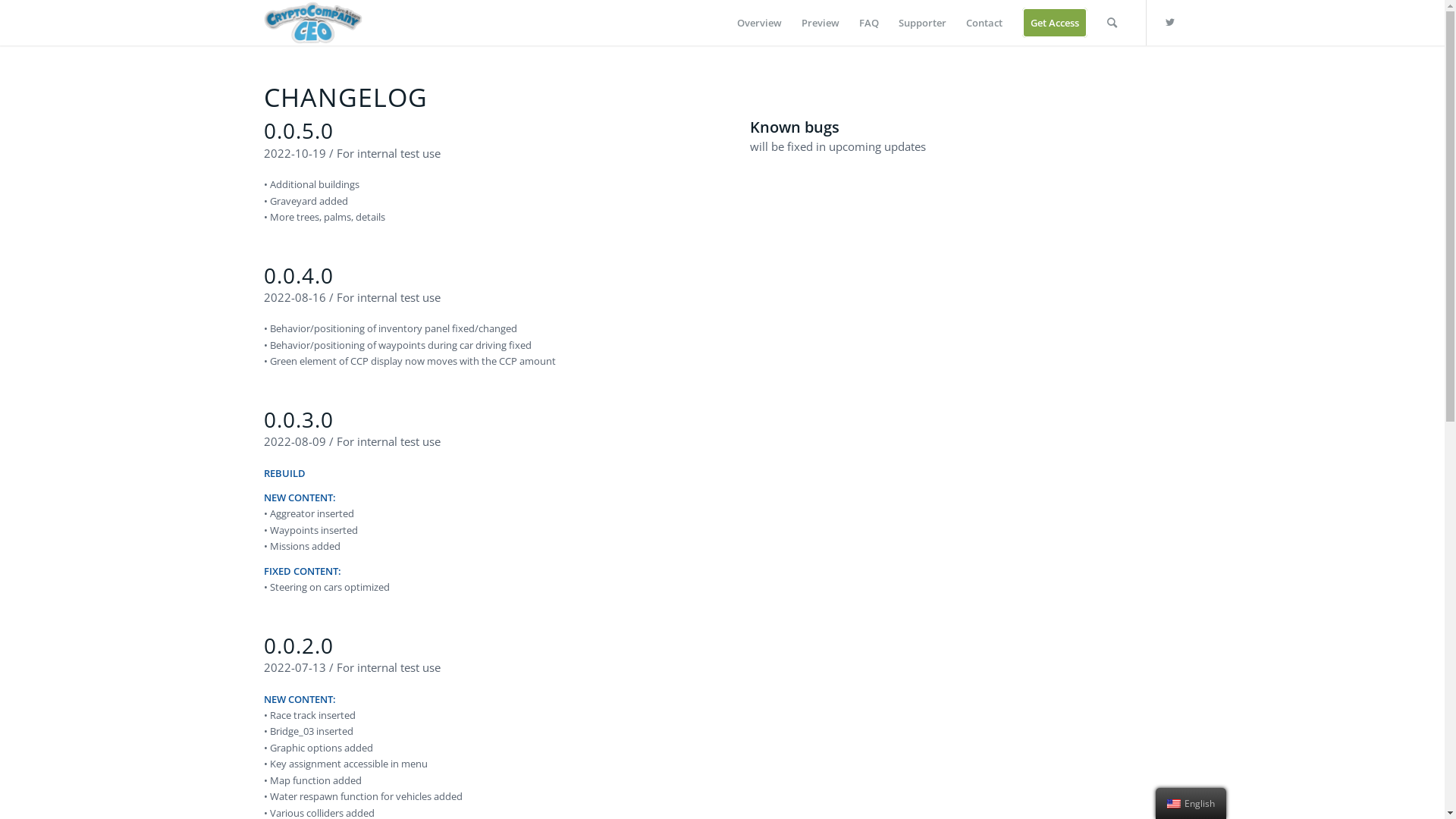  What do you see at coordinates (1172, 803) in the screenshot?
I see `'English'` at bounding box center [1172, 803].